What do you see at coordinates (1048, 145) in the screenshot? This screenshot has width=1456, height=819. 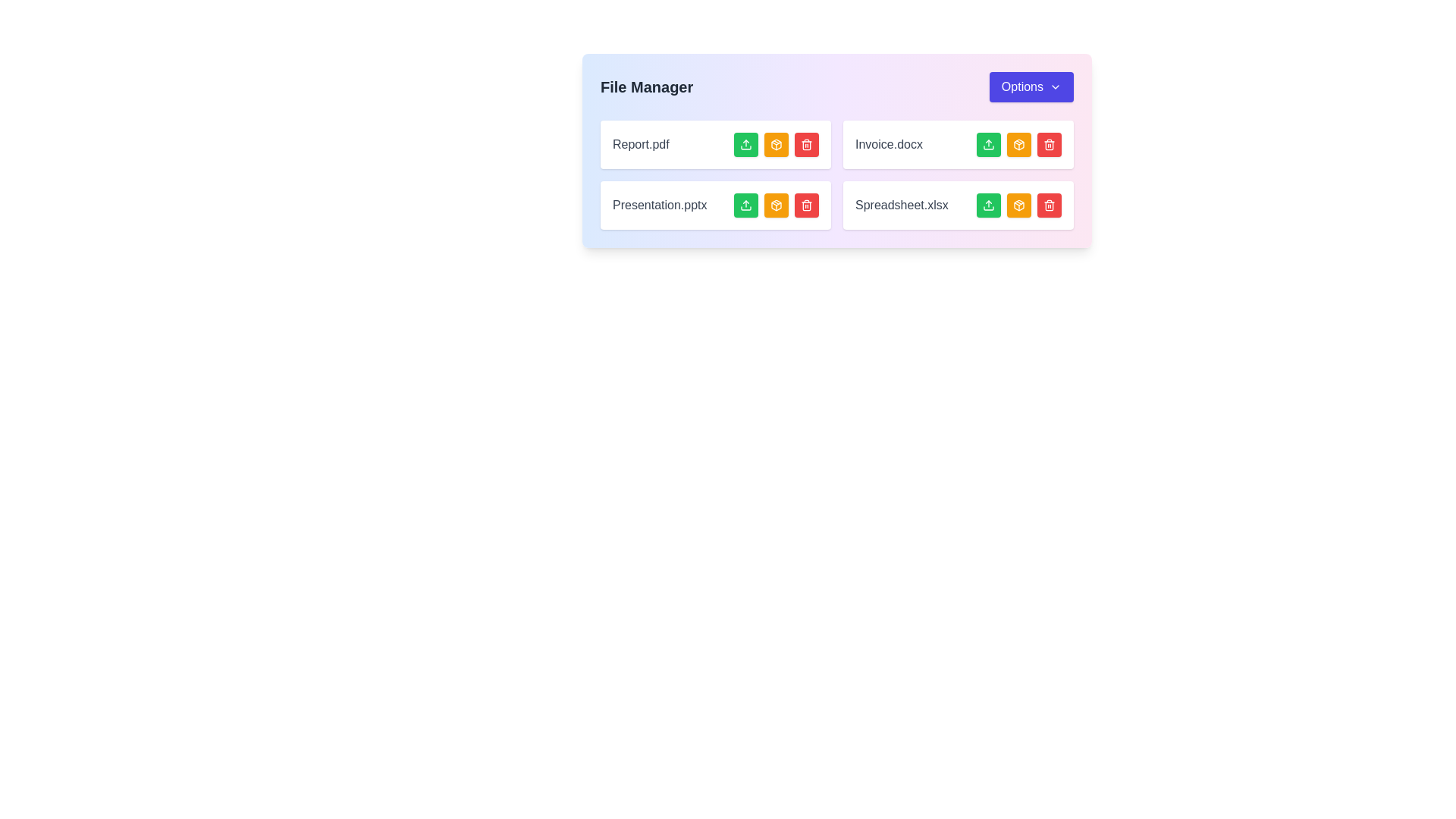 I see `the delete button, which is the last button in the horizontal line of actions associated with the second file in the second row of the file manager interface` at bounding box center [1048, 145].